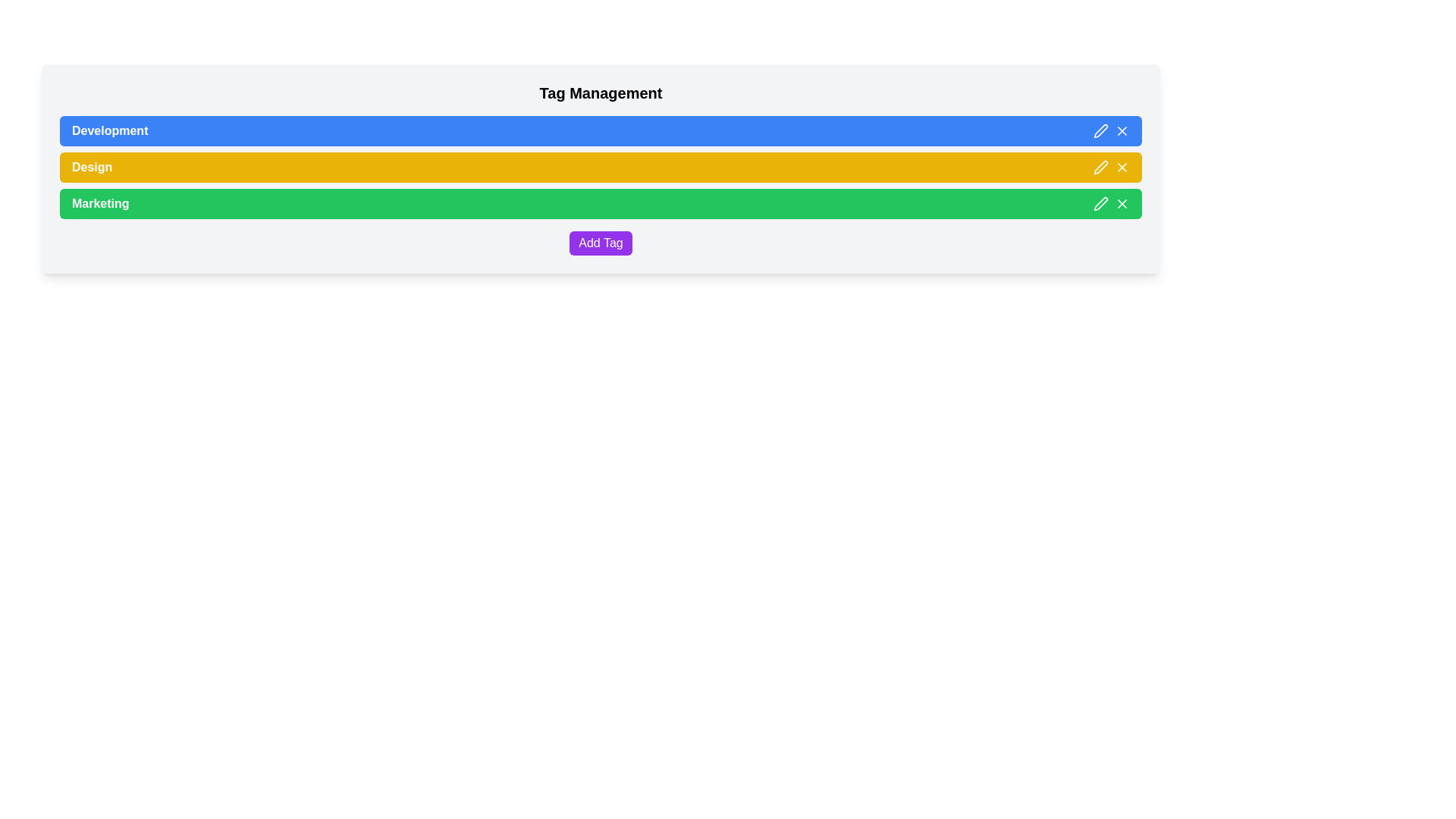 This screenshot has width=1456, height=819. I want to click on the delete button located on the right end of the yellow horizontal bar labeled 'Design', so click(1122, 167).